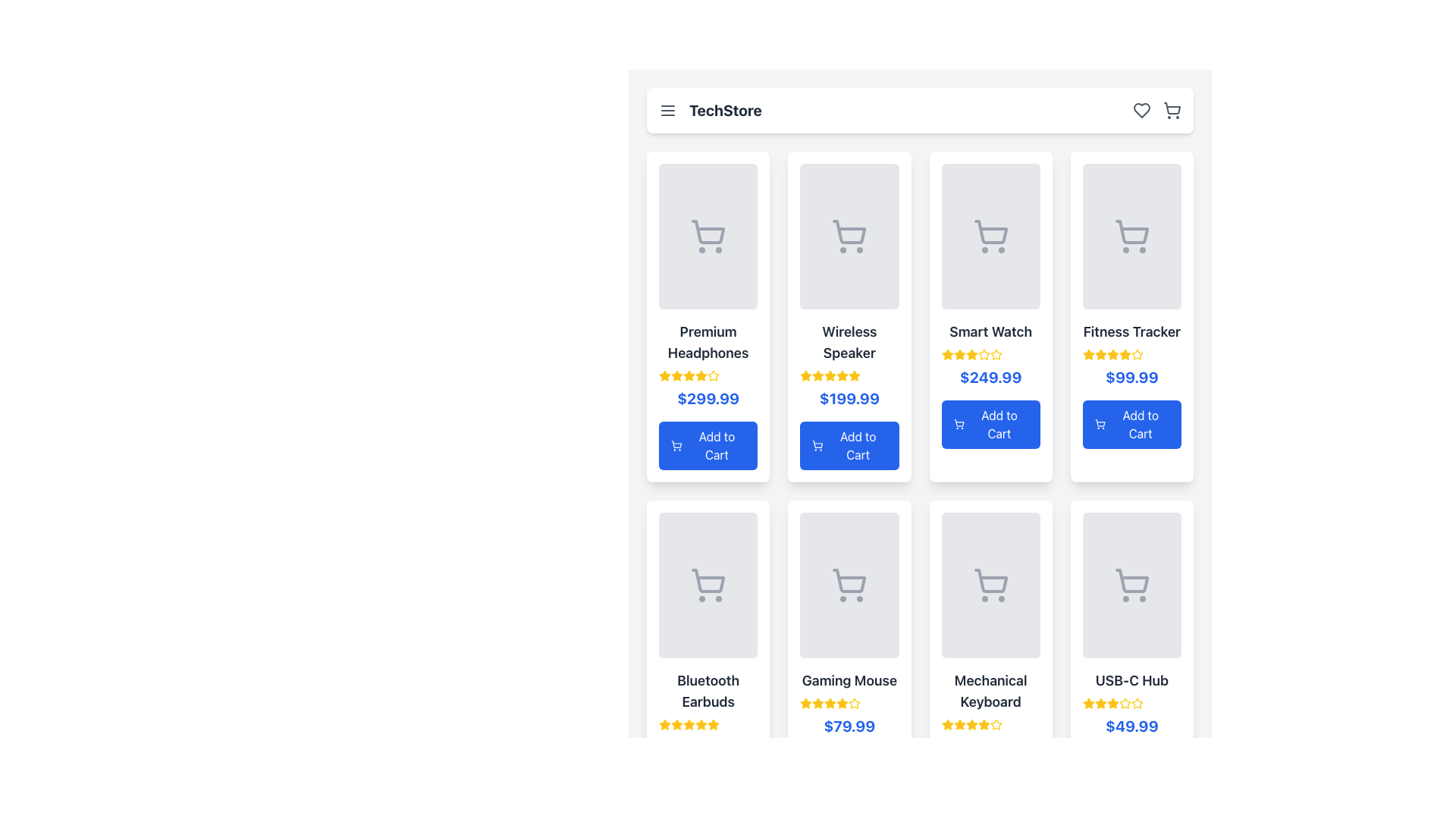  I want to click on the gray shopping cart icon with circular wheels located in the third card of the first row in the grid layout, so click(990, 237).